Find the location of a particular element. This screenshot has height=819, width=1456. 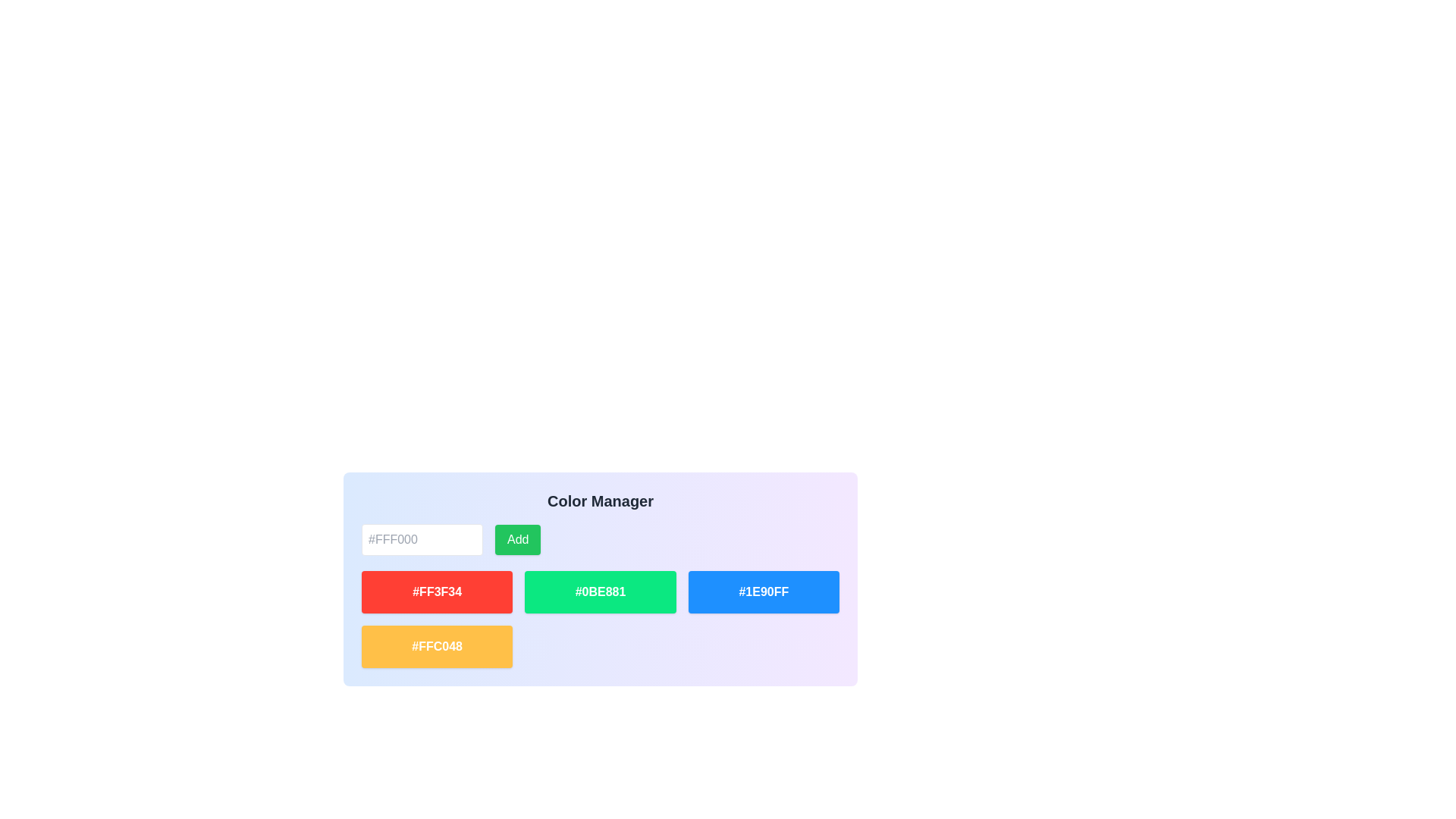

the Color swatch component with a bright red background displaying the hexadecimal value '#FF3F34' is located at coordinates (436, 591).